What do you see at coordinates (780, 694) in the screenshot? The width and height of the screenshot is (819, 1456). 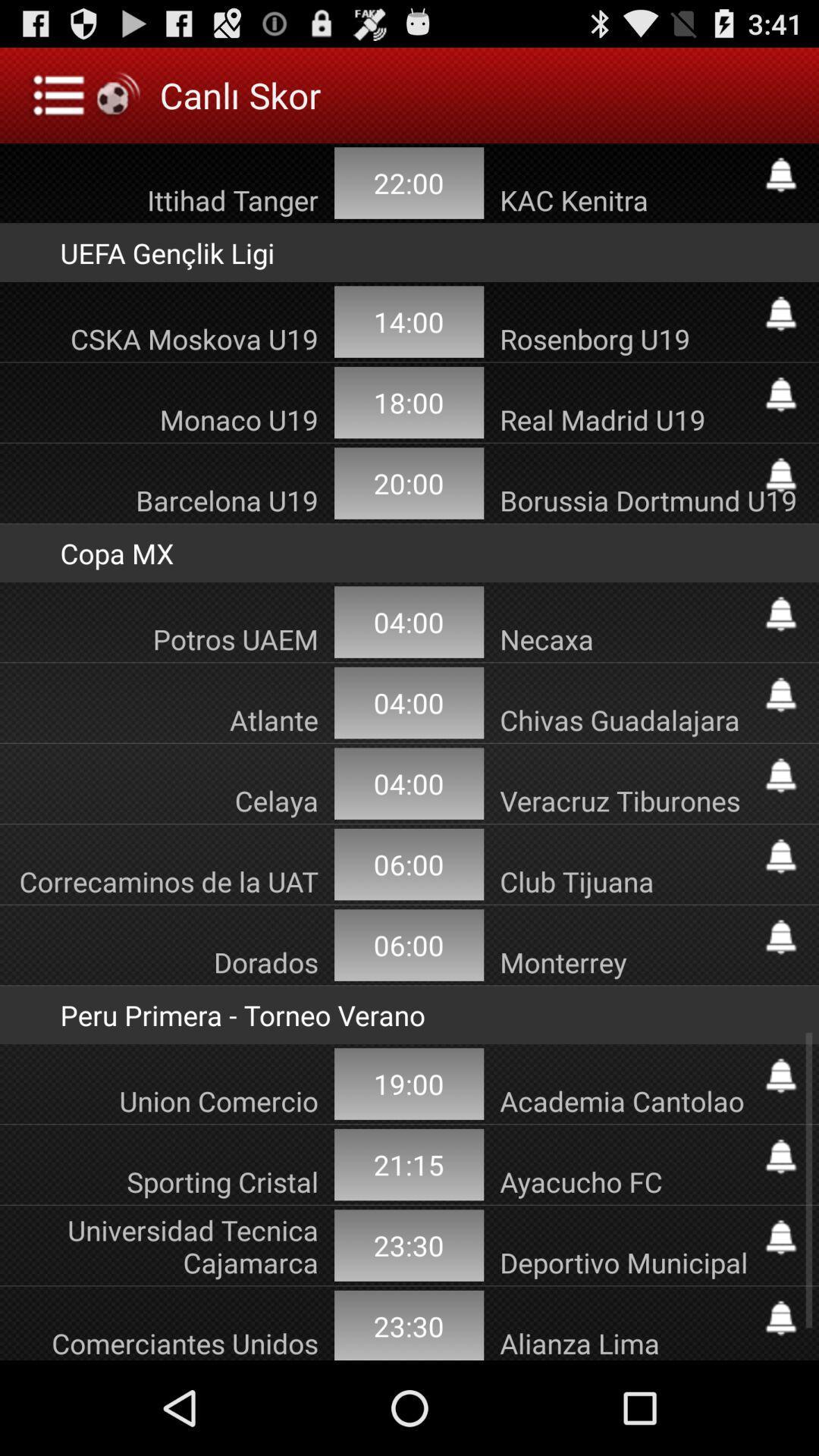 I see `shows bell icon` at bounding box center [780, 694].